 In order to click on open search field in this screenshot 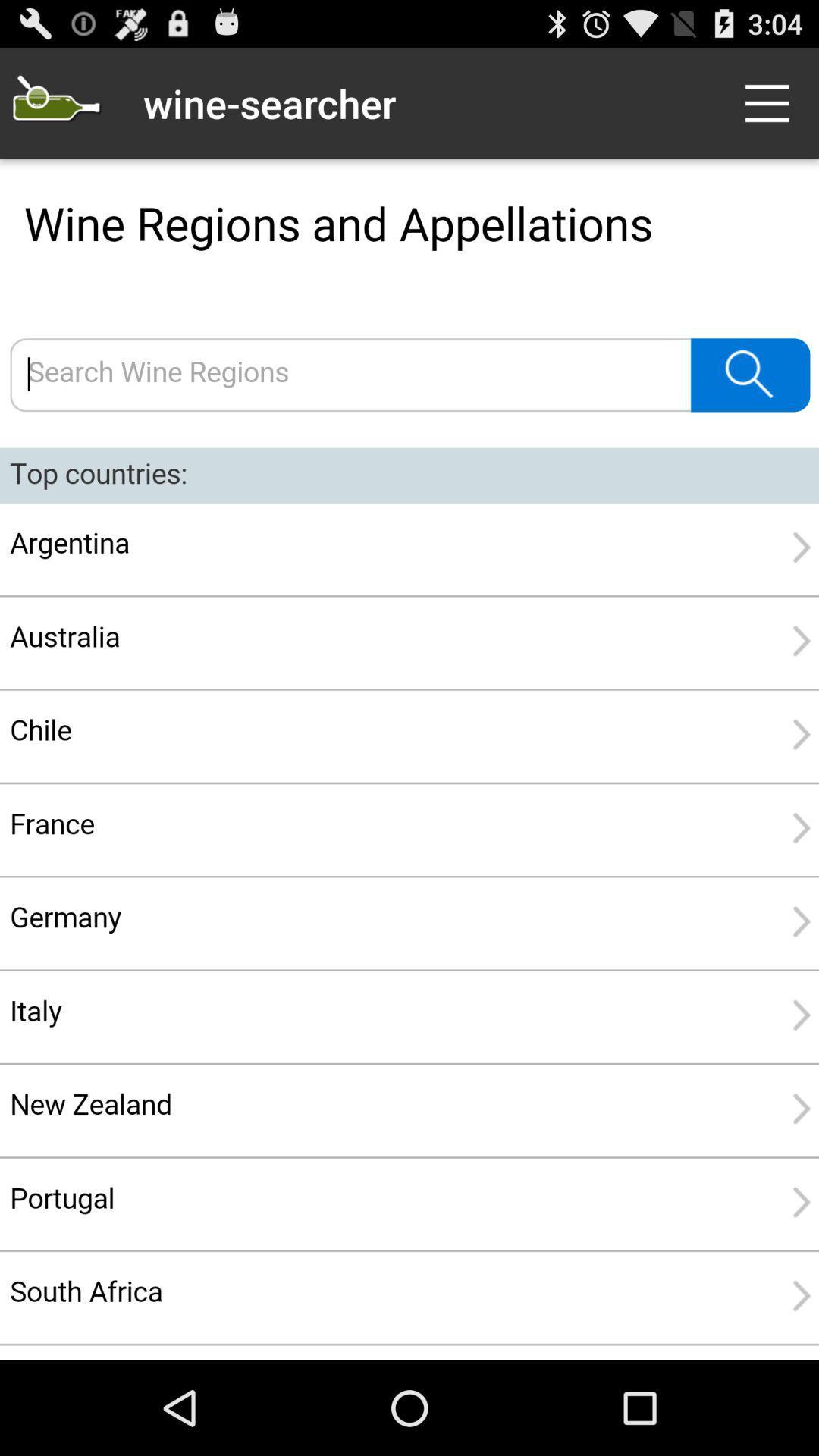, I will do `click(55, 102)`.